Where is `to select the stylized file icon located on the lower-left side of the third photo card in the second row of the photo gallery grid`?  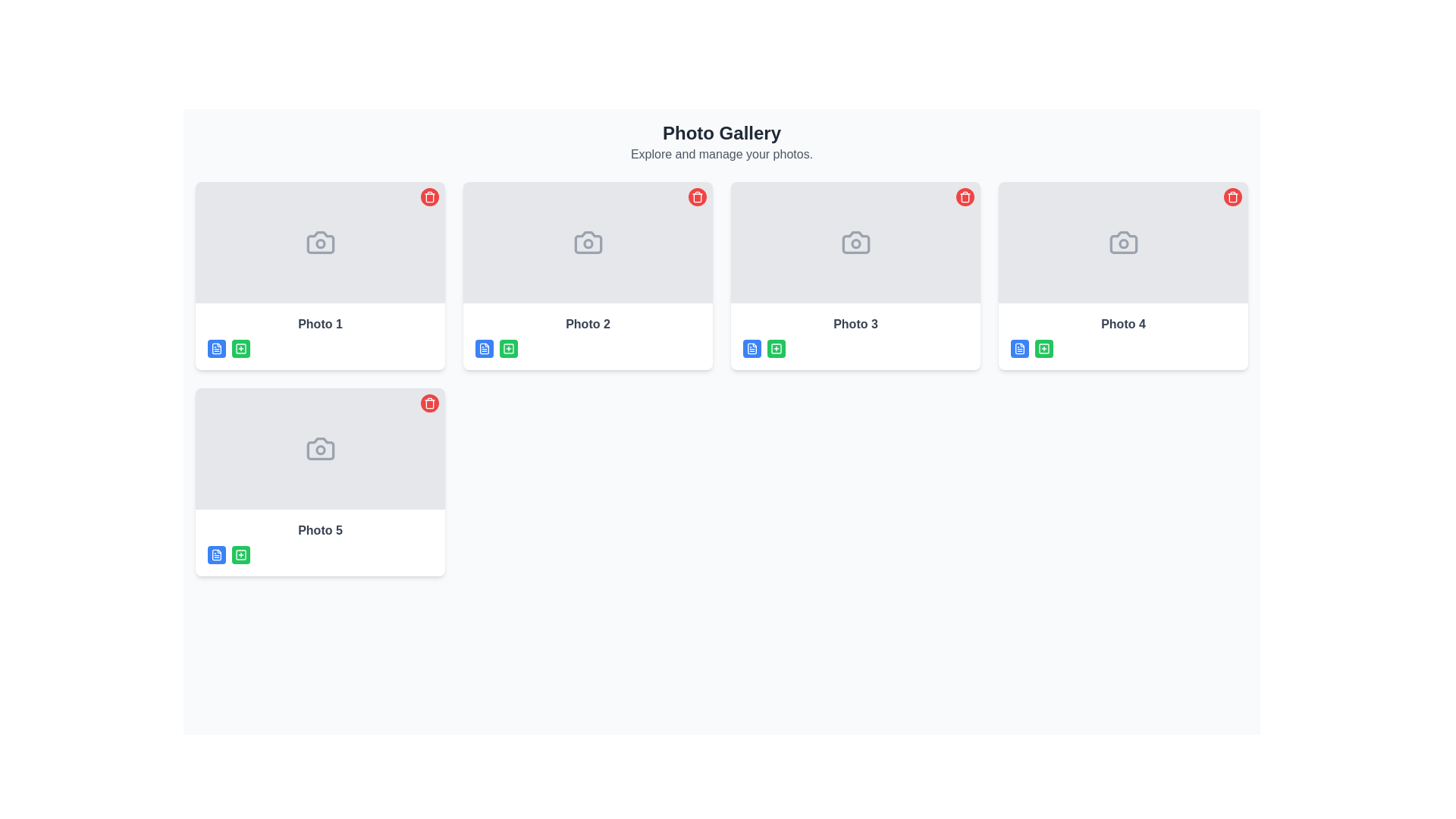
to select the stylized file icon located on the lower-left side of the third photo card in the second row of the photo gallery grid is located at coordinates (752, 348).